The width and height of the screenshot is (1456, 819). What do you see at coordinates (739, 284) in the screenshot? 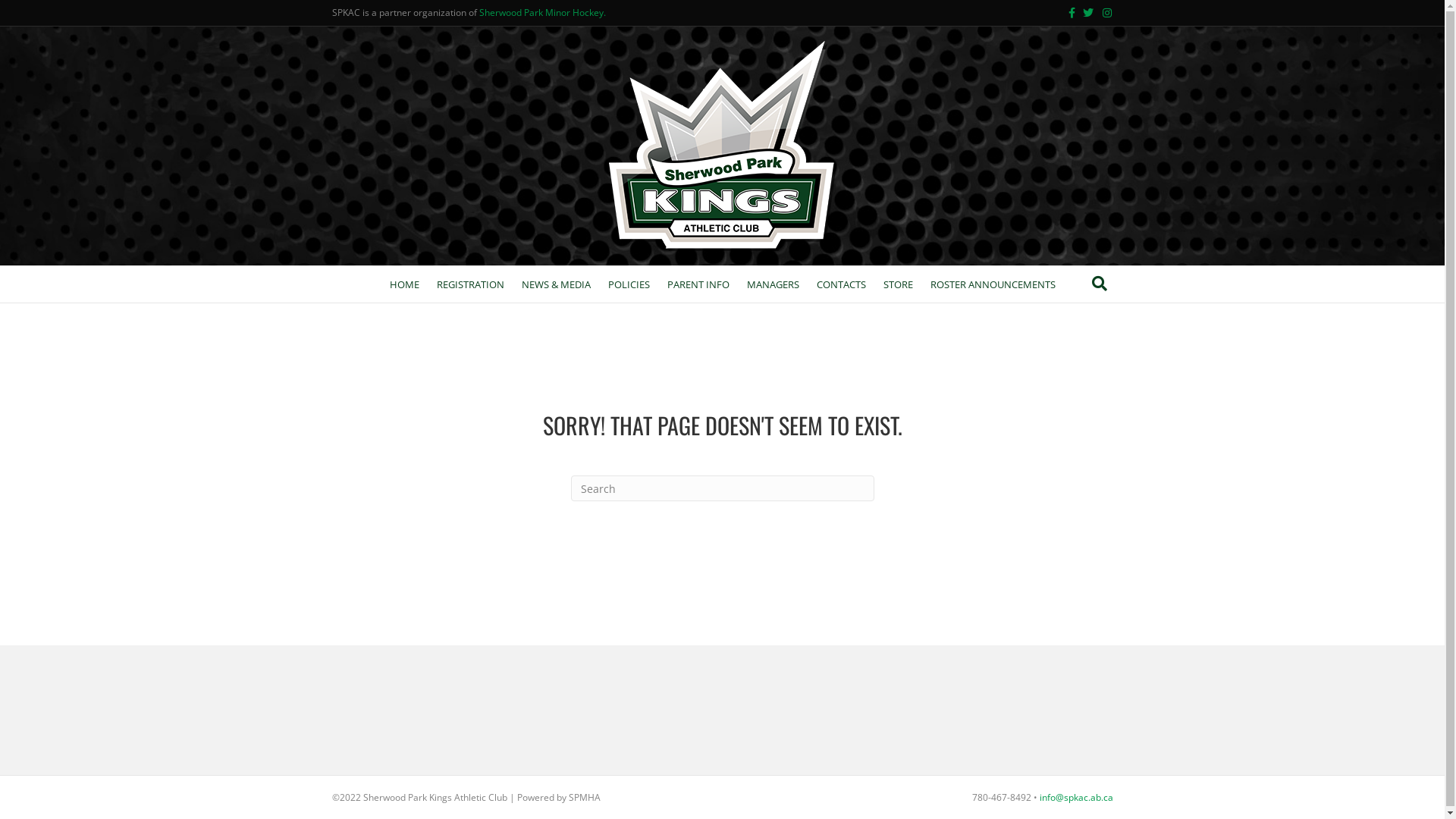
I see `'MANAGERS'` at bounding box center [739, 284].